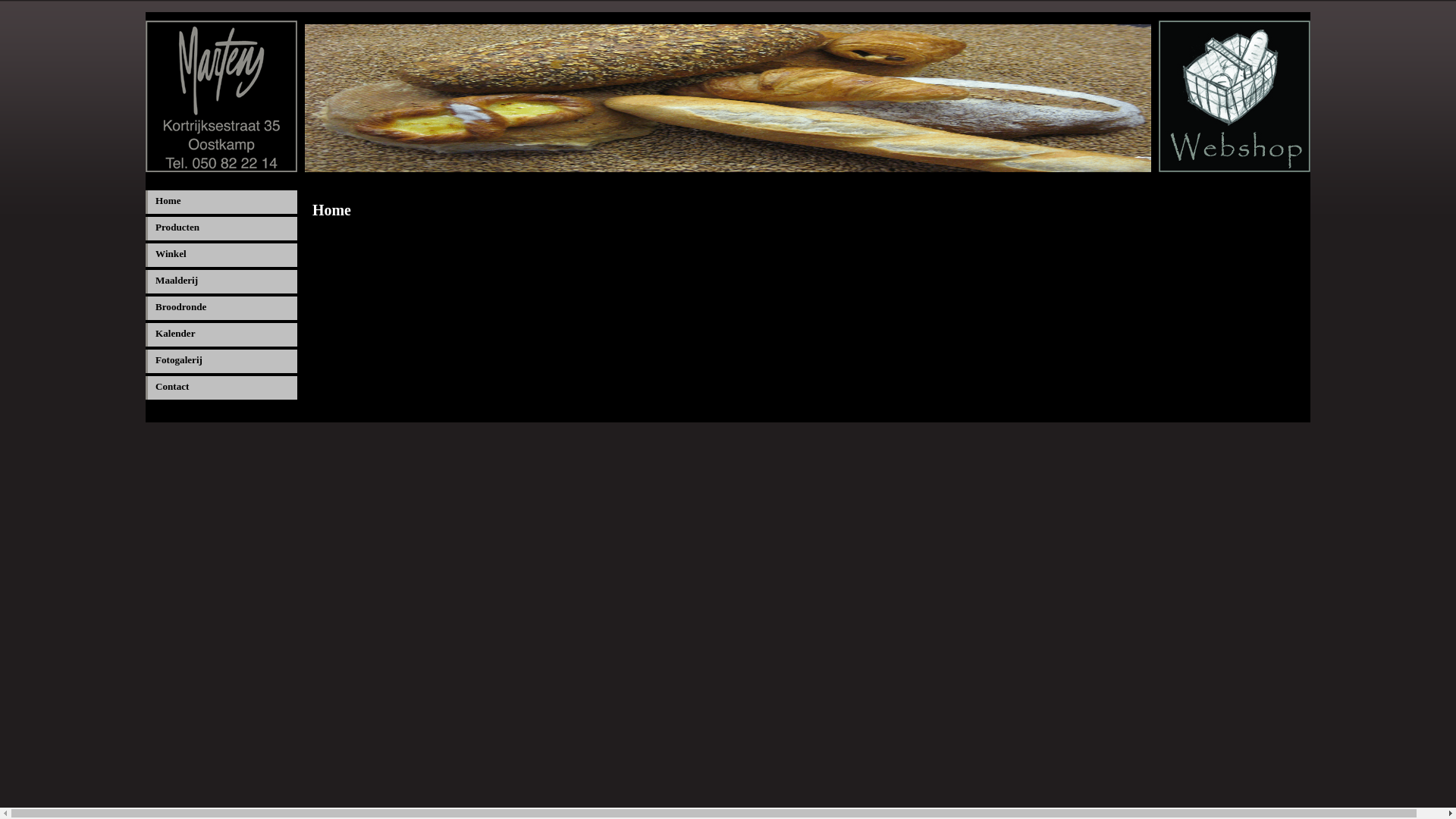 The height and width of the screenshot is (819, 1456). Describe the element at coordinates (221, 307) in the screenshot. I see `'Broodronde'` at that location.